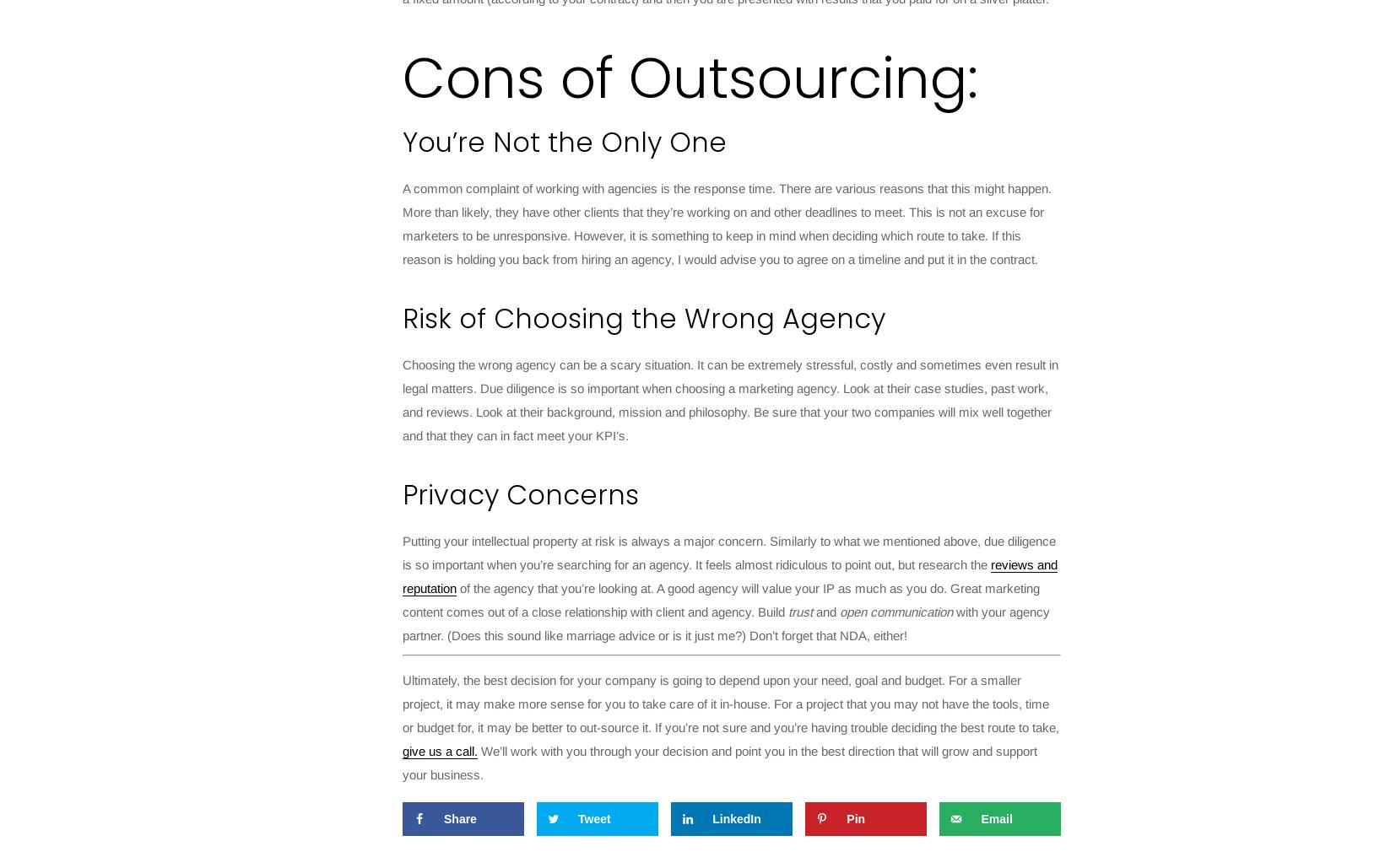 Image resolution: width=1396 pixels, height=868 pixels. What do you see at coordinates (825, 611) in the screenshot?
I see `'and'` at bounding box center [825, 611].